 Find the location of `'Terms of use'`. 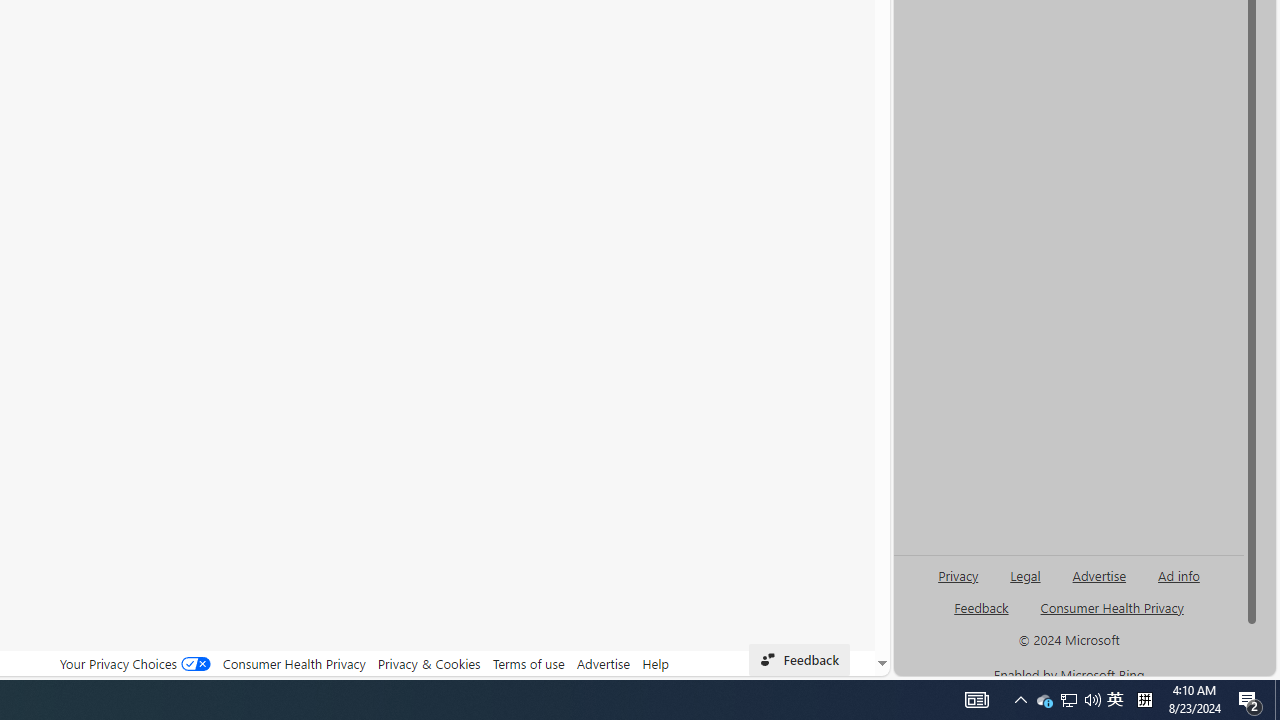

'Terms of use' is located at coordinates (528, 663).